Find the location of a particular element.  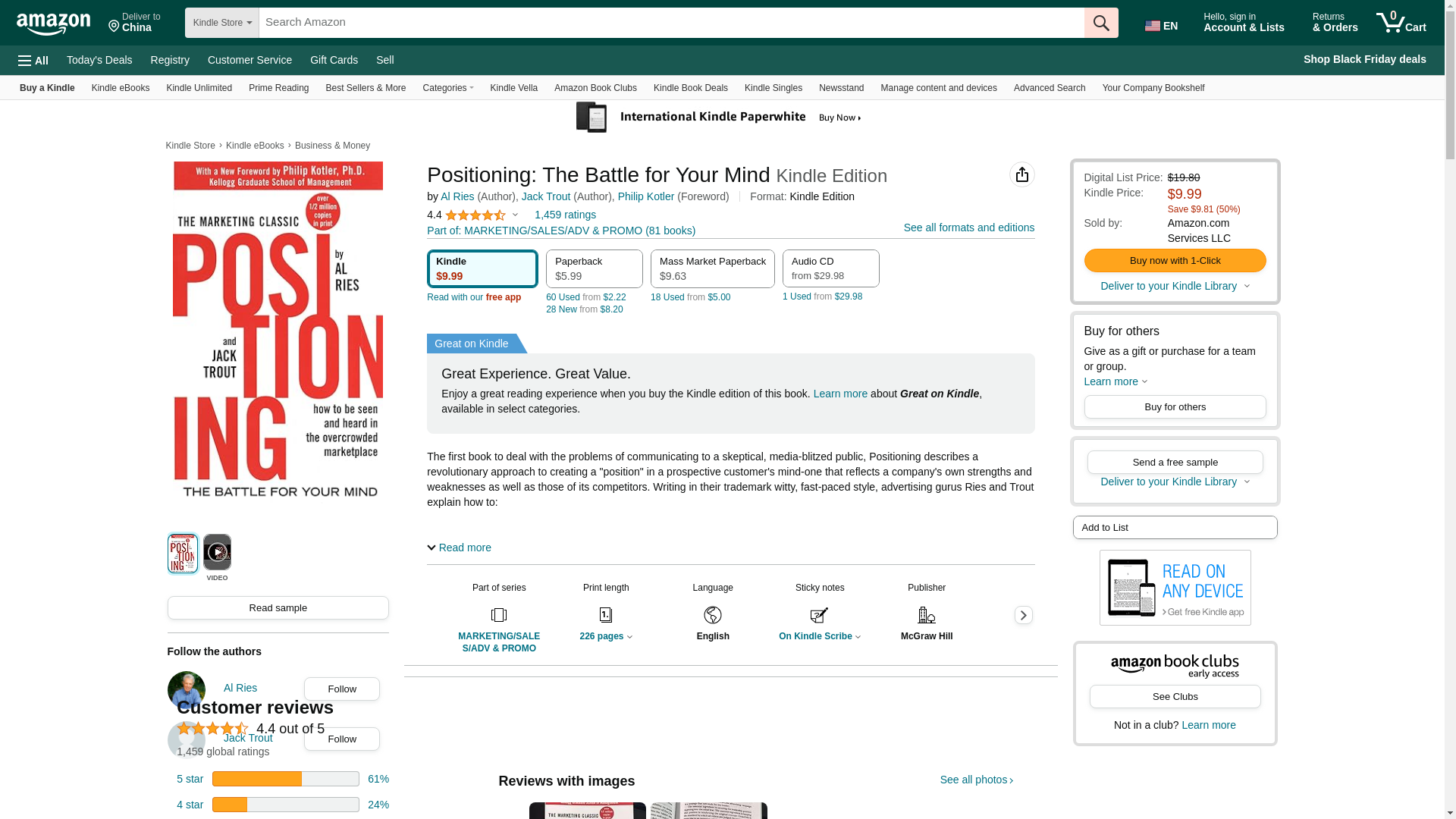

'Philip Kotler' is located at coordinates (646, 195).